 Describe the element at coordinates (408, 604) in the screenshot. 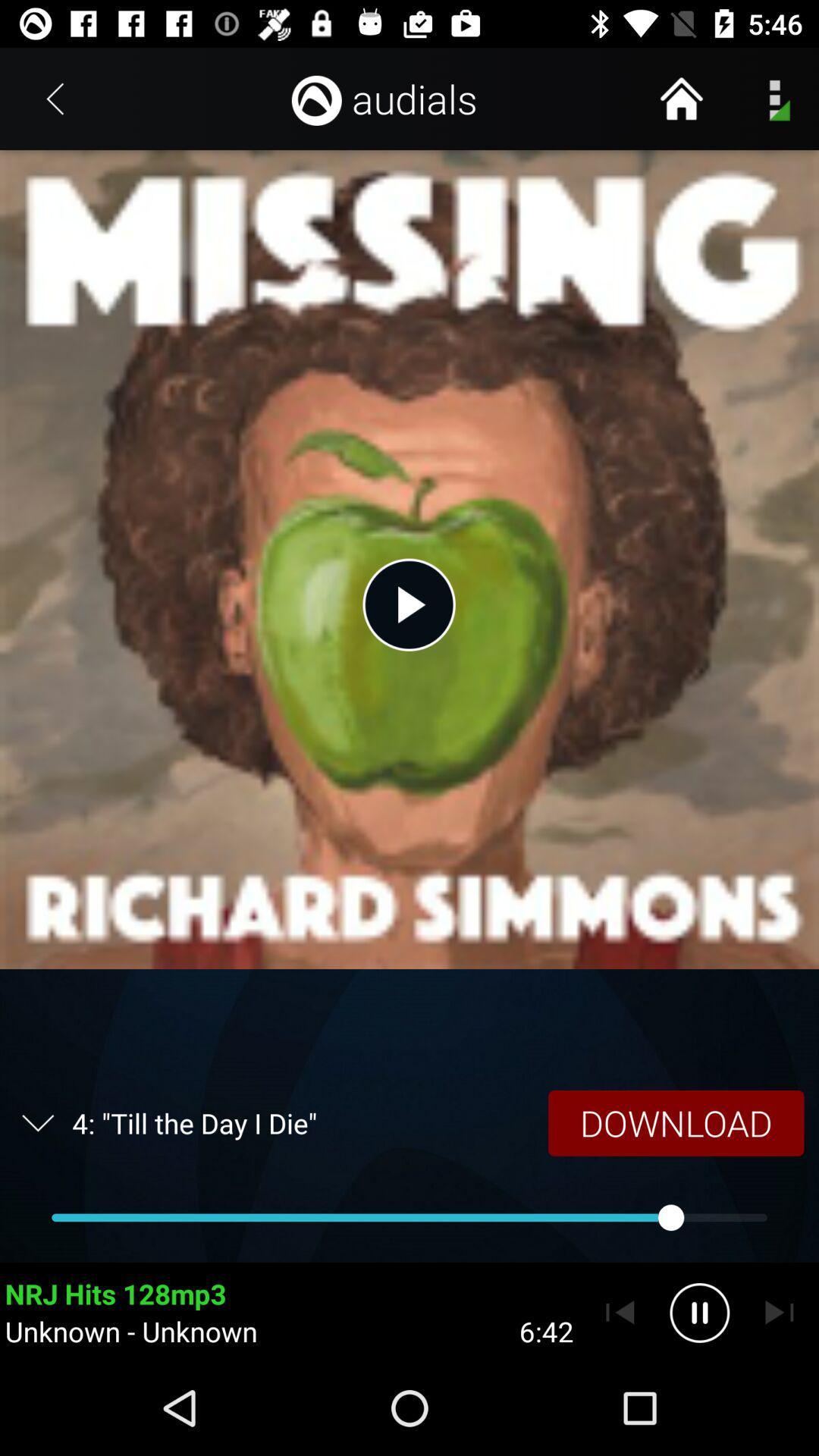

I see `the play icon` at that location.